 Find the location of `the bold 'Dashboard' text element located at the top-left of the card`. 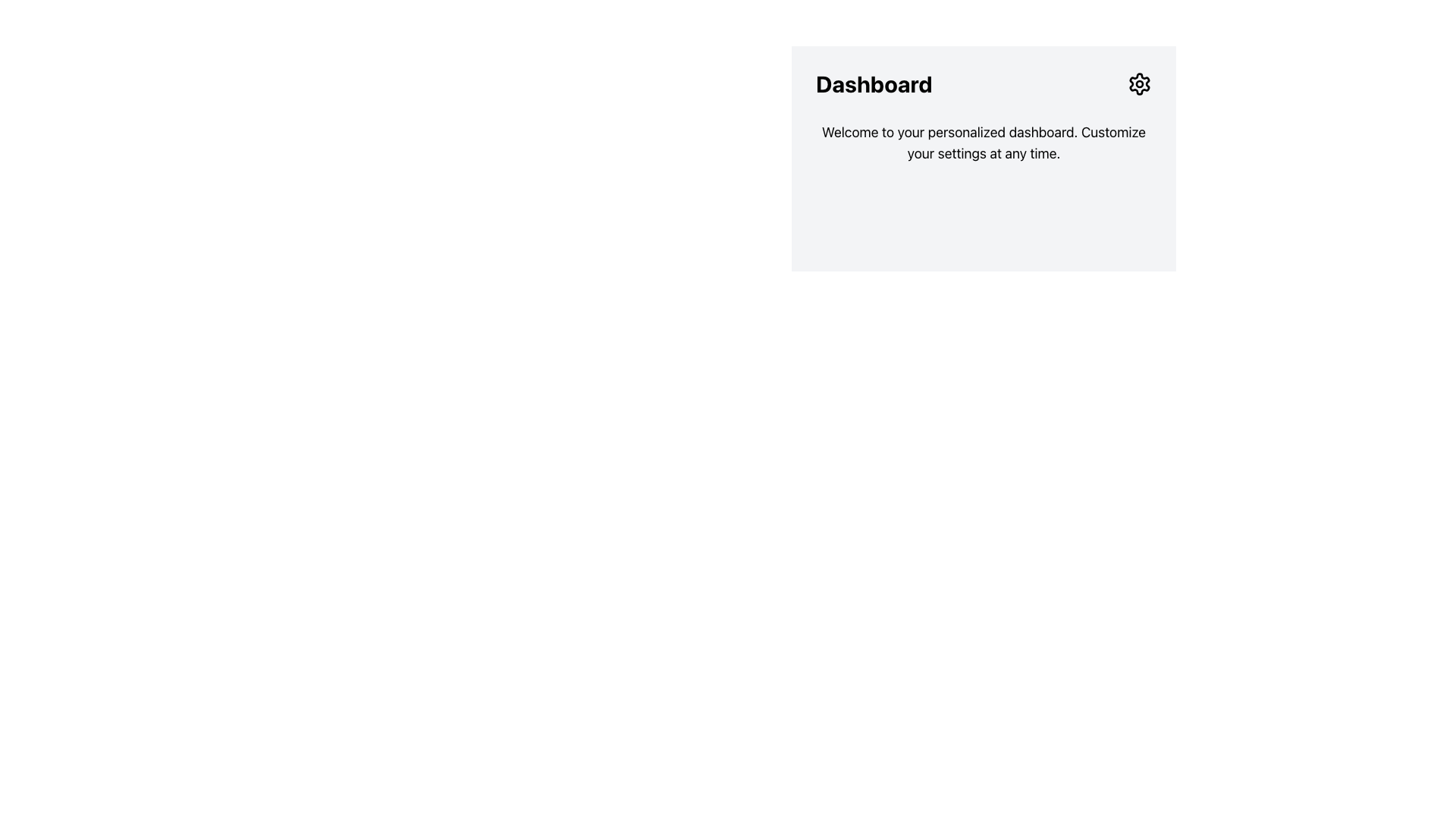

the bold 'Dashboard' text element located at the top-left of the card is located at coordinates (874, 83).